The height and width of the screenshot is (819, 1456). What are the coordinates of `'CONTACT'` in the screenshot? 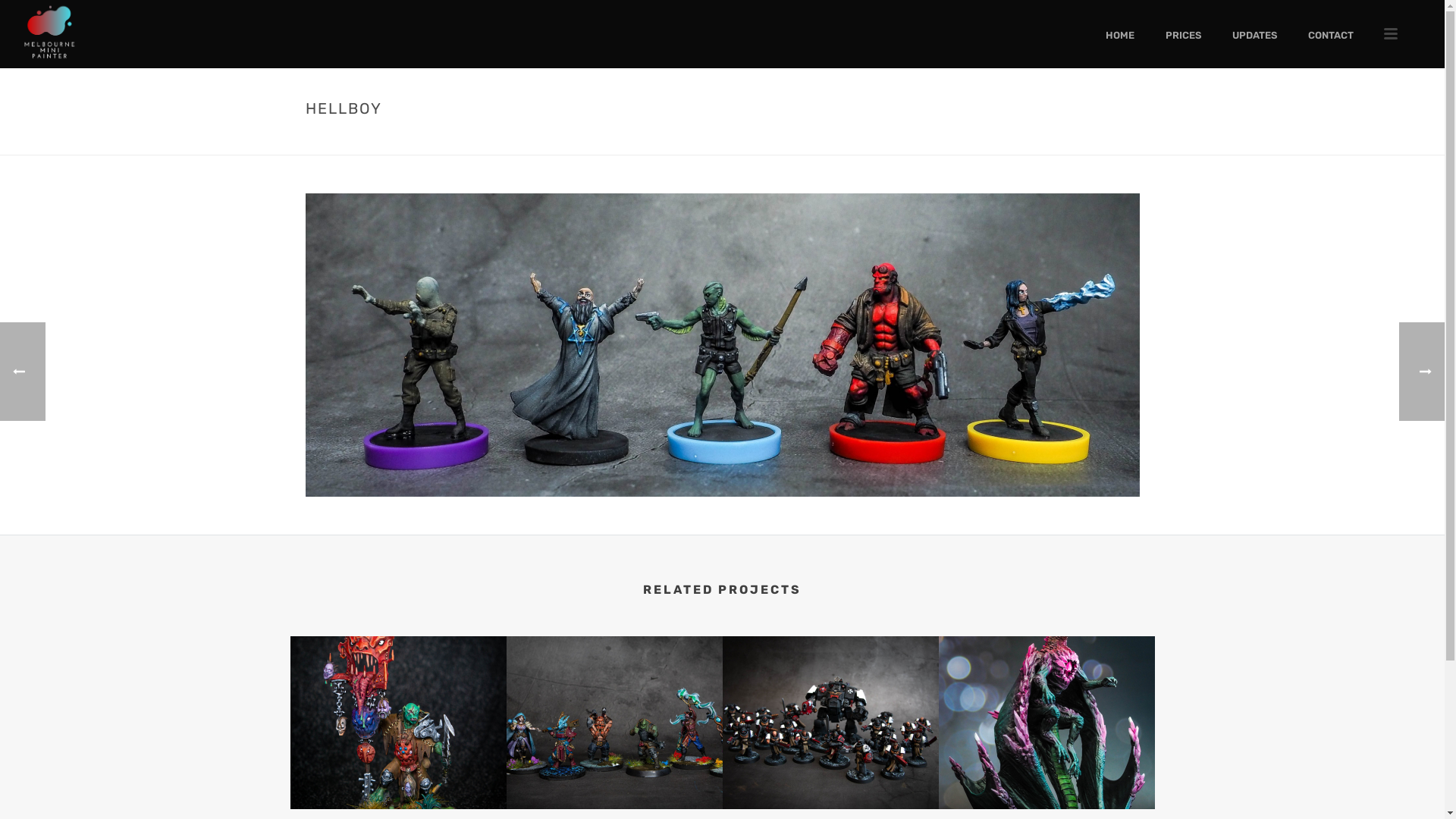 It's located at (1330, 34).